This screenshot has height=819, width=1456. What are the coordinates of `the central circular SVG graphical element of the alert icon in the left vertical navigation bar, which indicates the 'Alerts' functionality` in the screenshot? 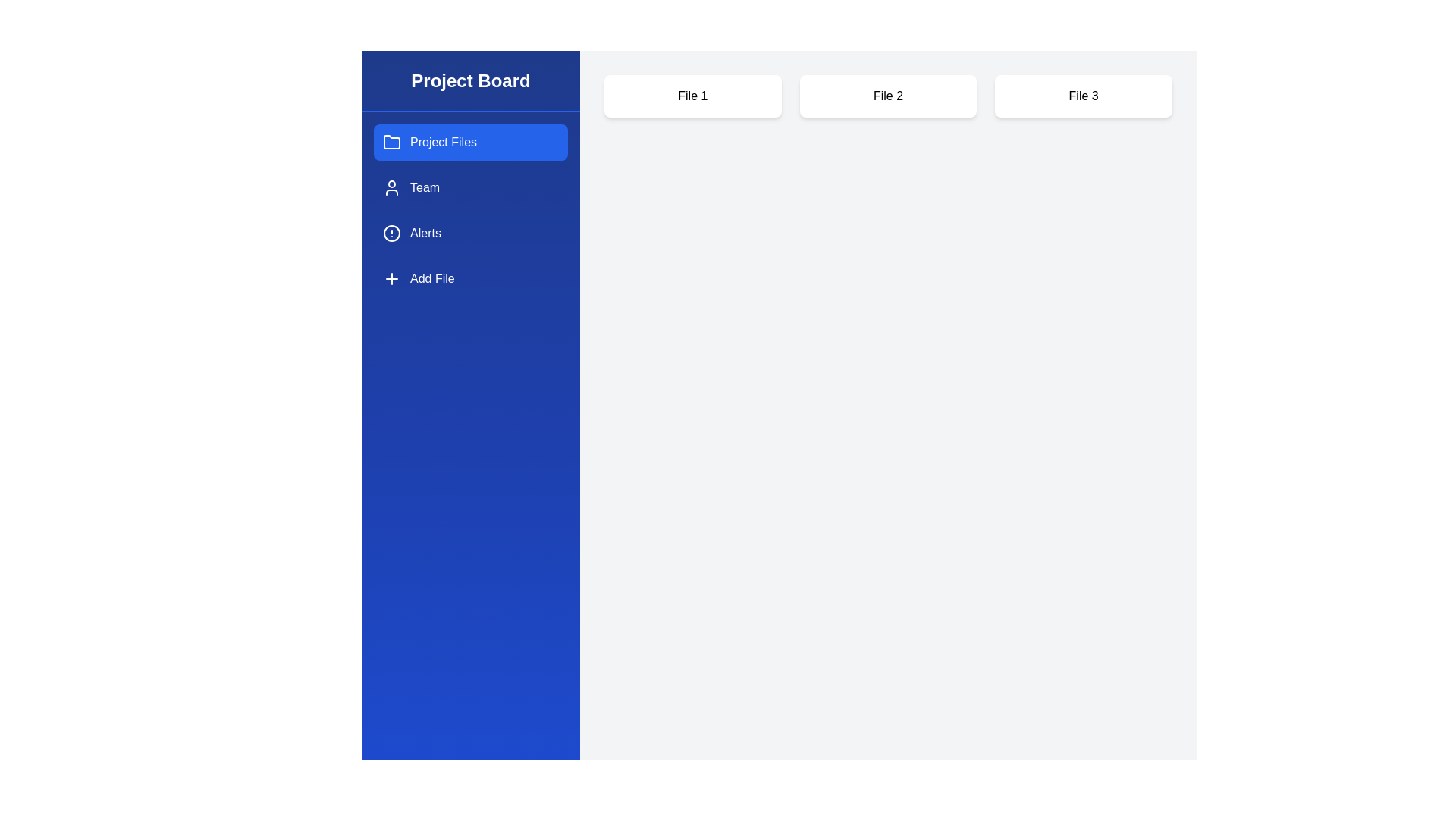 It's located at (392, 234).